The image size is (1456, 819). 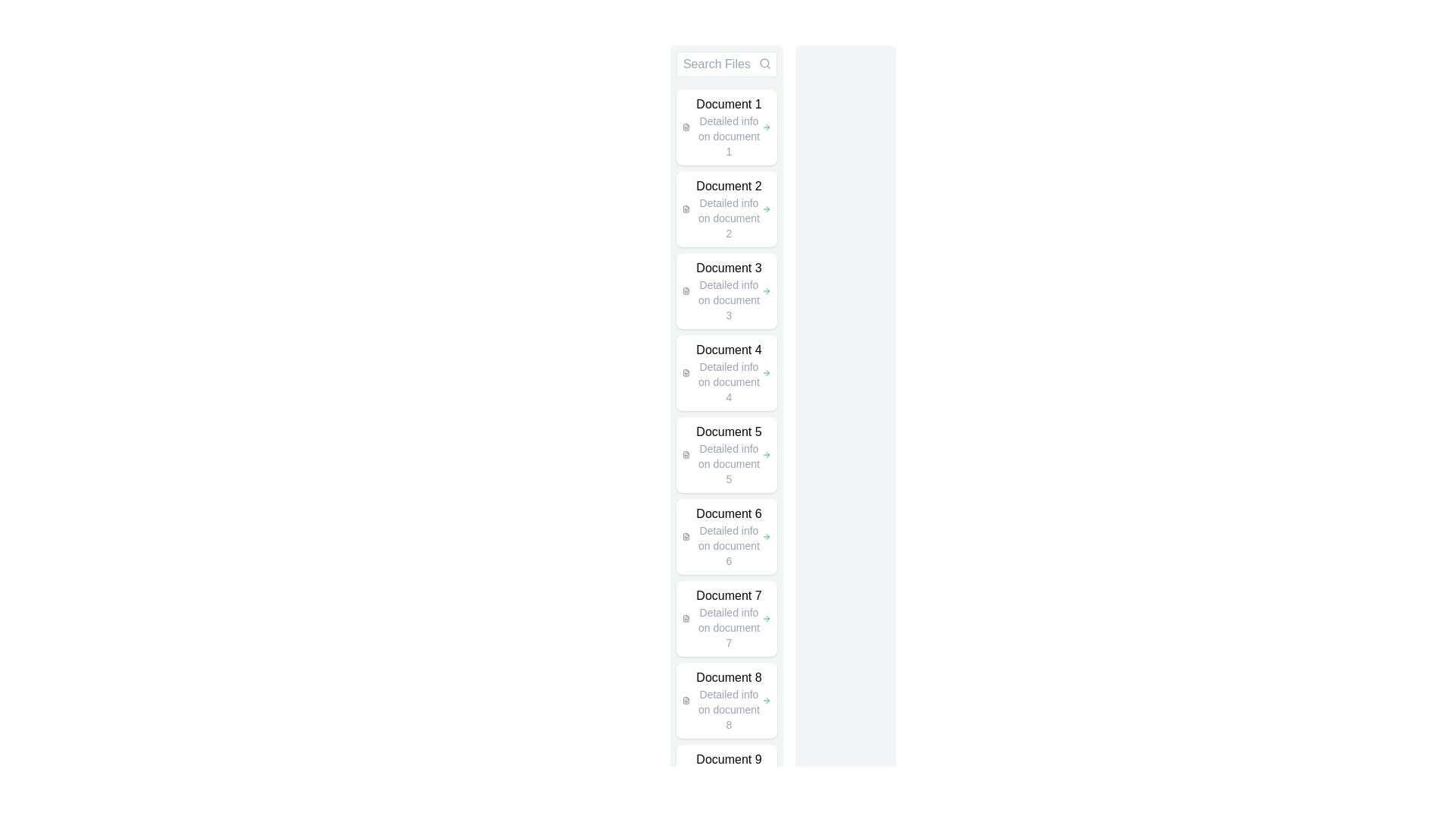 What do you see at coordinates (685, 291) in the screenshot?
I see `the icon representing 'Document 3', which is located to the left of the text 'Document 3' in the document list` at bounding box center [685, 291].